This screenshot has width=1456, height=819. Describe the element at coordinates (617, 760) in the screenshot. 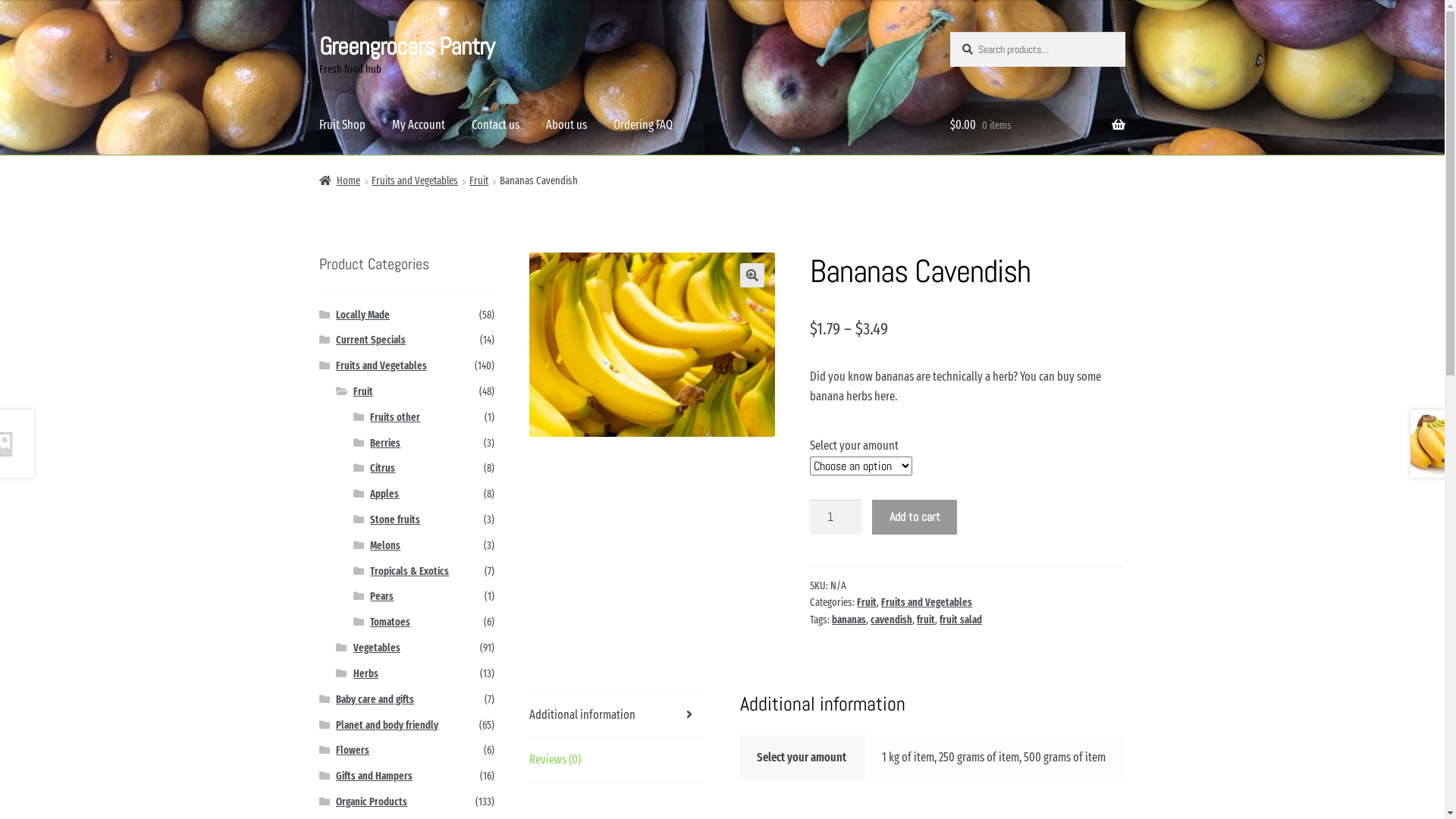

I see `'Reviews (0)'` at that location.